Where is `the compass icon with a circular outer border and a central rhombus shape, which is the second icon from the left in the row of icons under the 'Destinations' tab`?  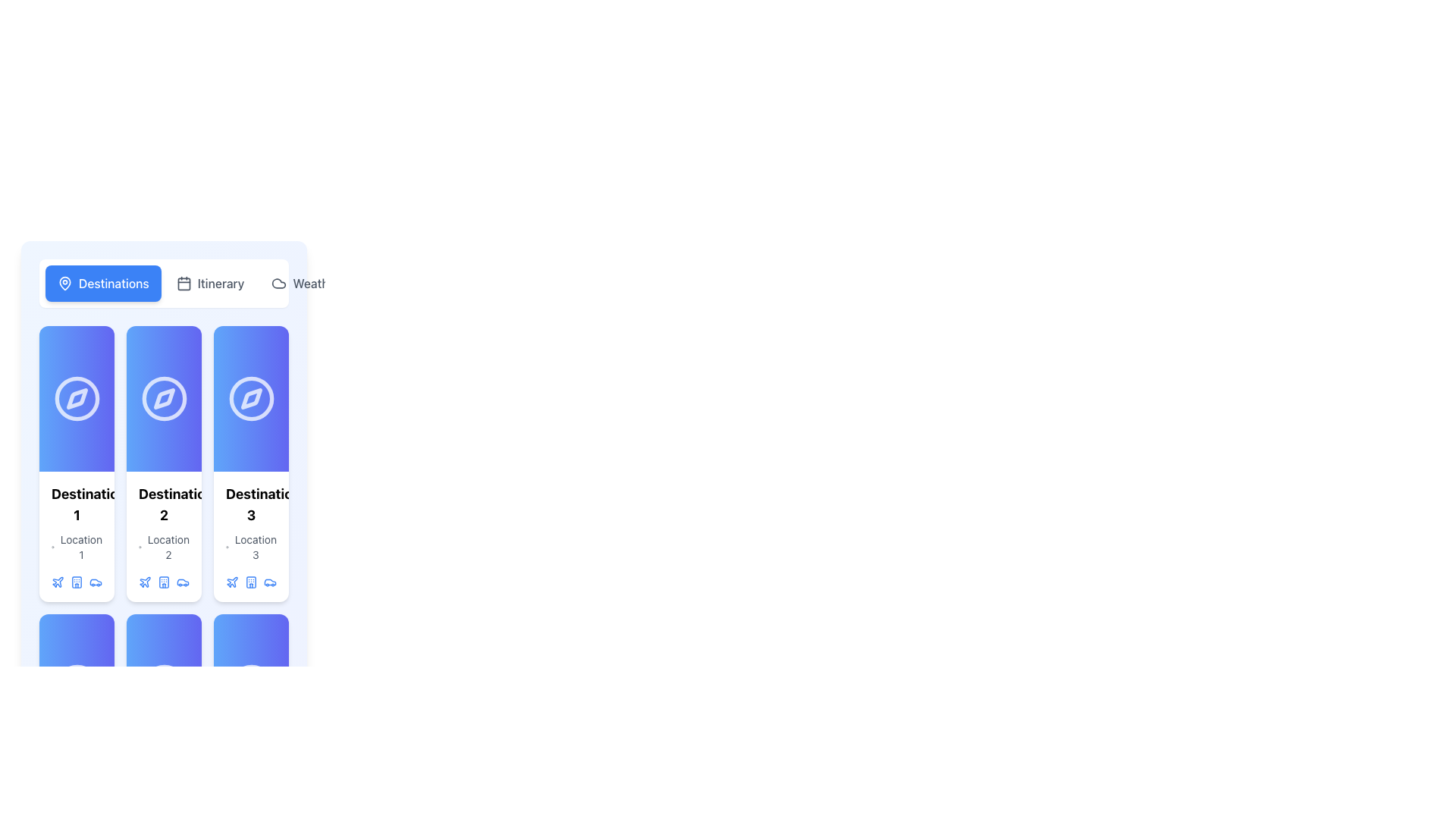 the compass icon with a circular outer border and a central rhombus shape, which is the second icon from the left in the row of icons under the 'Destinations' tab is located at coordinates (164, 397).